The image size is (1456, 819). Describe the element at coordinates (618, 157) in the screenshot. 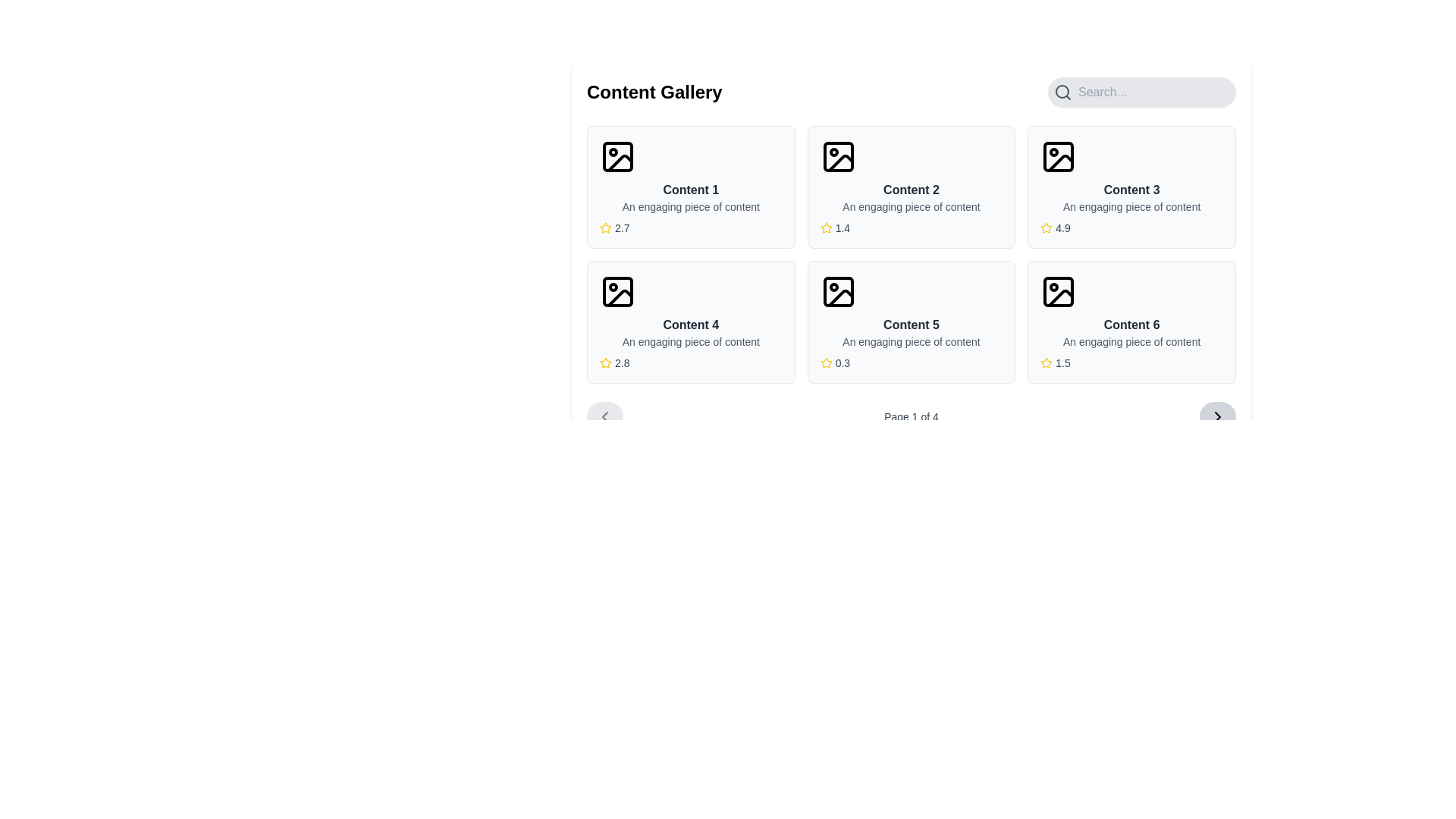

I see `the SVG rectangular shape with rounded corners that resembles an image placeholder, which is located above the text 'Content 1' in the first item of the content grid` at that location.